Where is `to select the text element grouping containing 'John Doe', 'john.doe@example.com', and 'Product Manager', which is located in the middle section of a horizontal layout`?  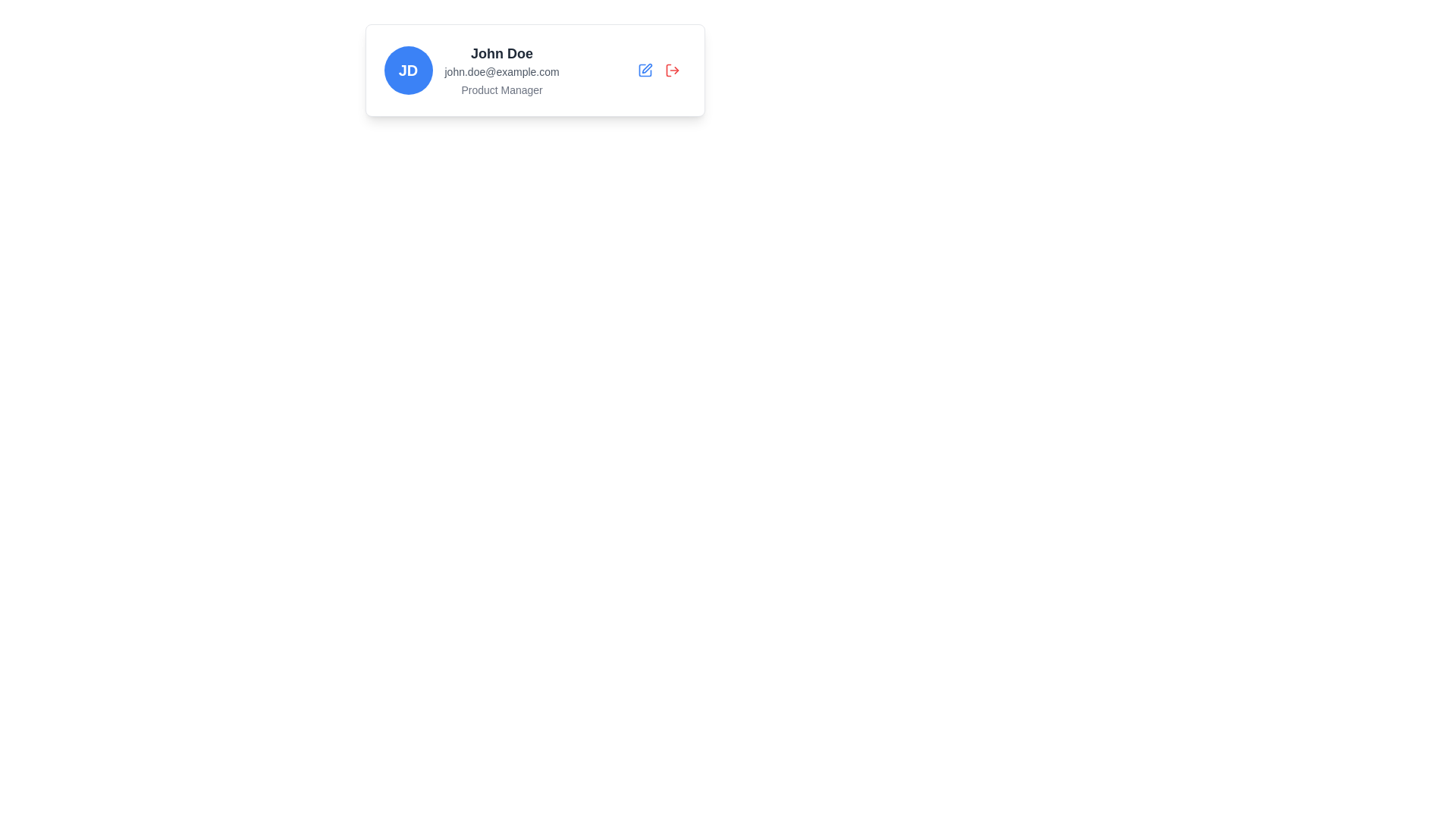 to select the text element grouping containing 'John Doe', 'john.doe@example.com', and 'Product Manager', which is located in the middle section of a horizontal layout is located at coordinates (502, 70).